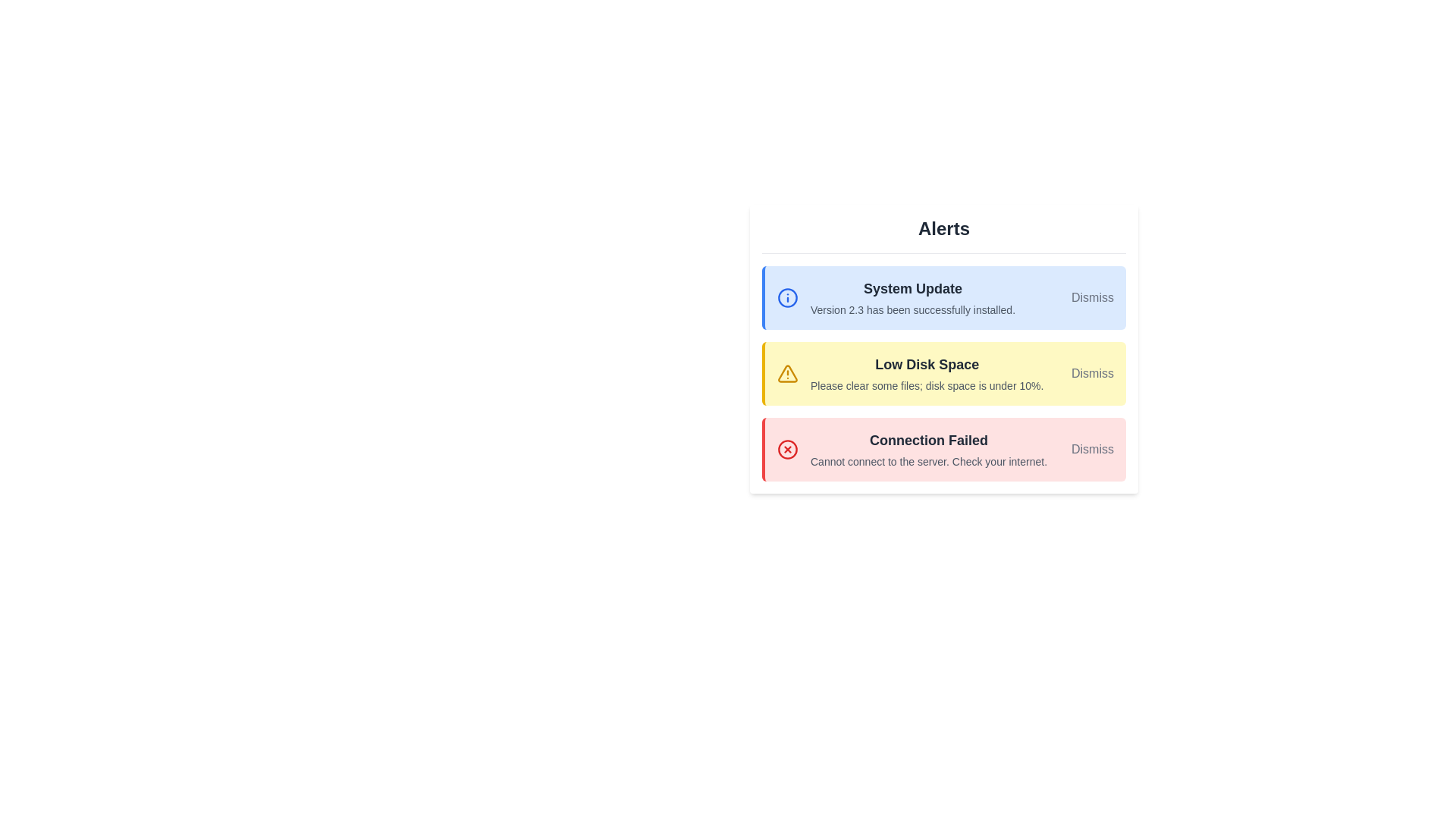 The image size is (1456, 819). What do you see at coordinates (943, 449) in the screenshot?
I see `information text from the notification component about the failed connection issue, which includes a dismissible button` at bounding box center [943, 449].